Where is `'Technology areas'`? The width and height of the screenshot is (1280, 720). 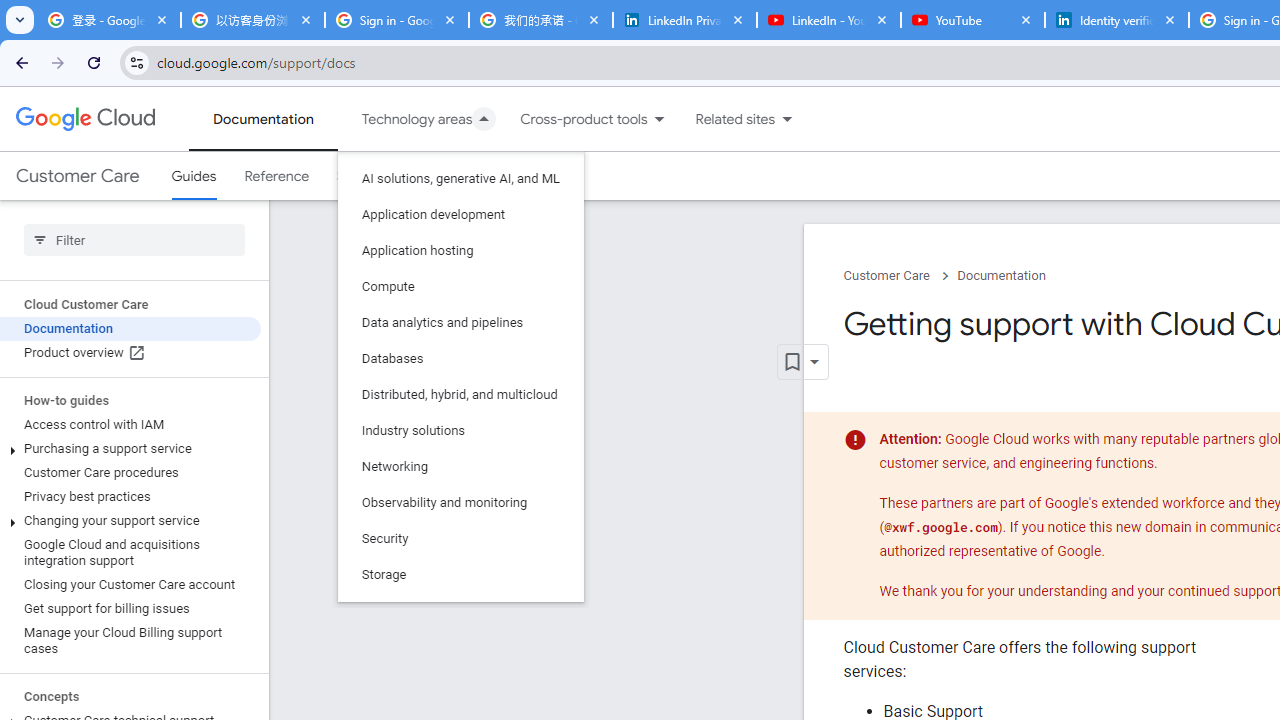 'Technology areas' is located at coordinates (404, 119).